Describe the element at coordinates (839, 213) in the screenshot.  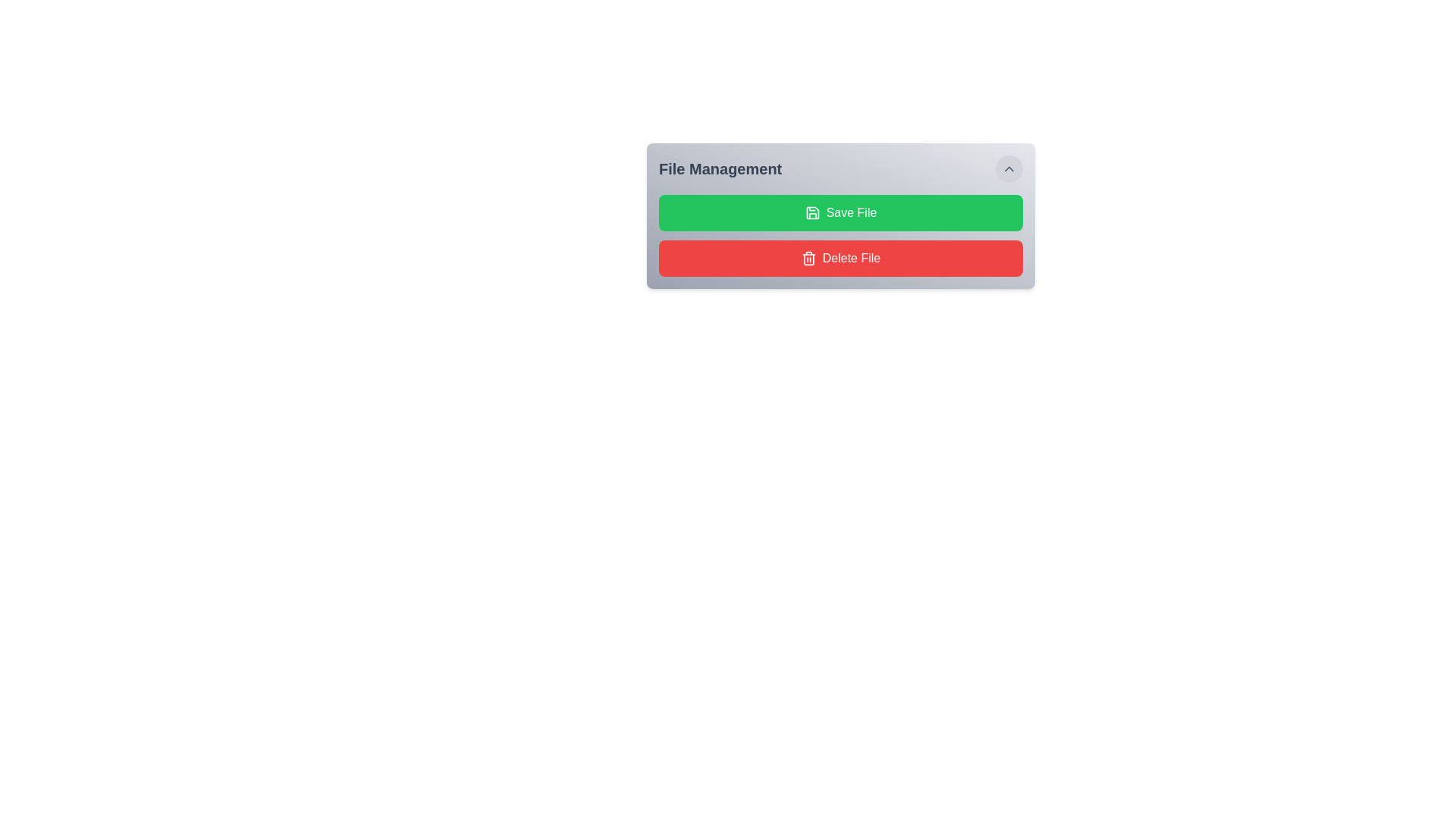
I see `the green 'Save File' button with white text and a save icon, located in the 'File Management' section, to initiate the save file action` at that location.